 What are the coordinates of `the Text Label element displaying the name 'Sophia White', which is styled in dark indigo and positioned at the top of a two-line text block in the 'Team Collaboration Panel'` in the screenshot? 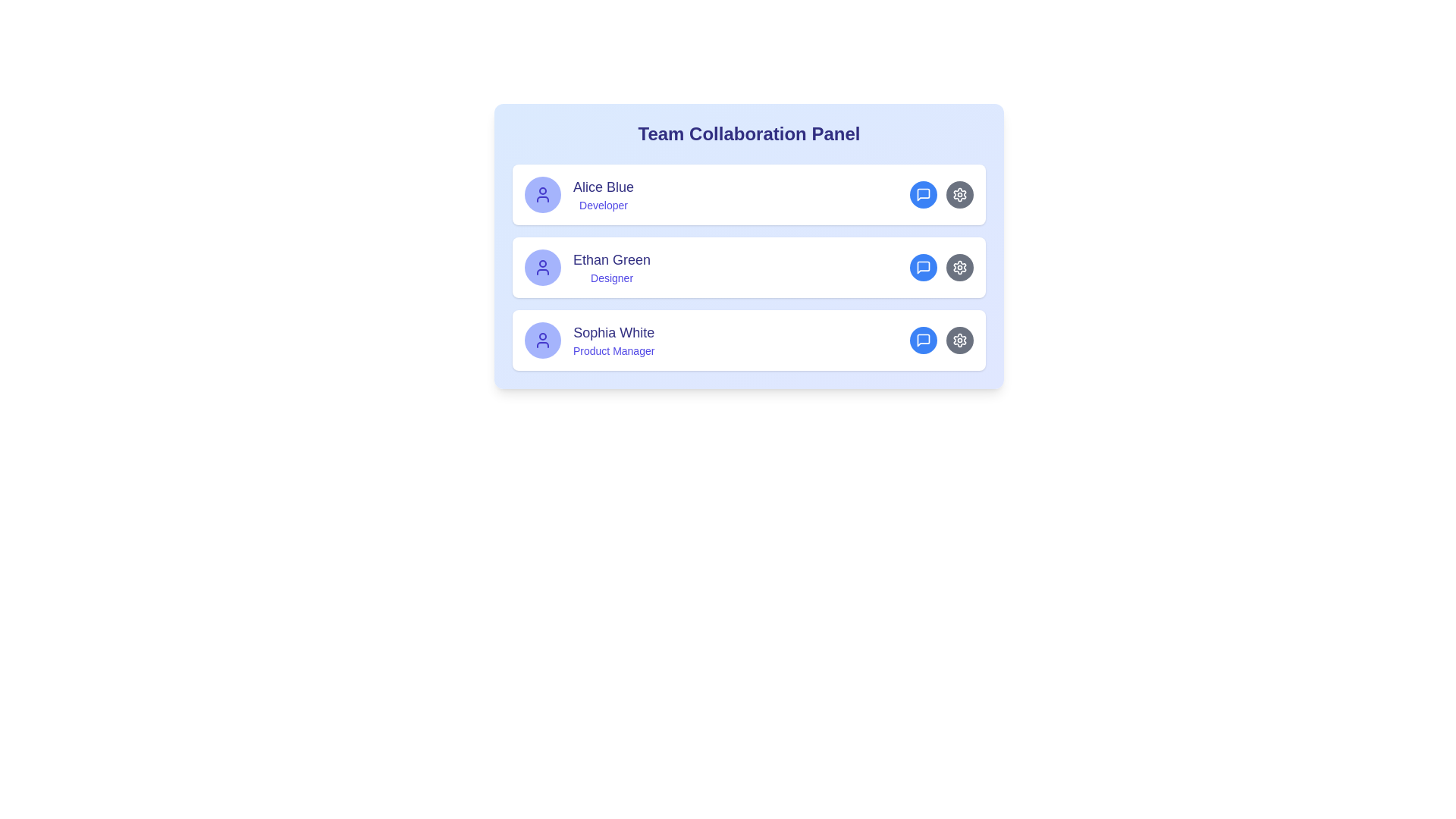 It's located at (613, 332).